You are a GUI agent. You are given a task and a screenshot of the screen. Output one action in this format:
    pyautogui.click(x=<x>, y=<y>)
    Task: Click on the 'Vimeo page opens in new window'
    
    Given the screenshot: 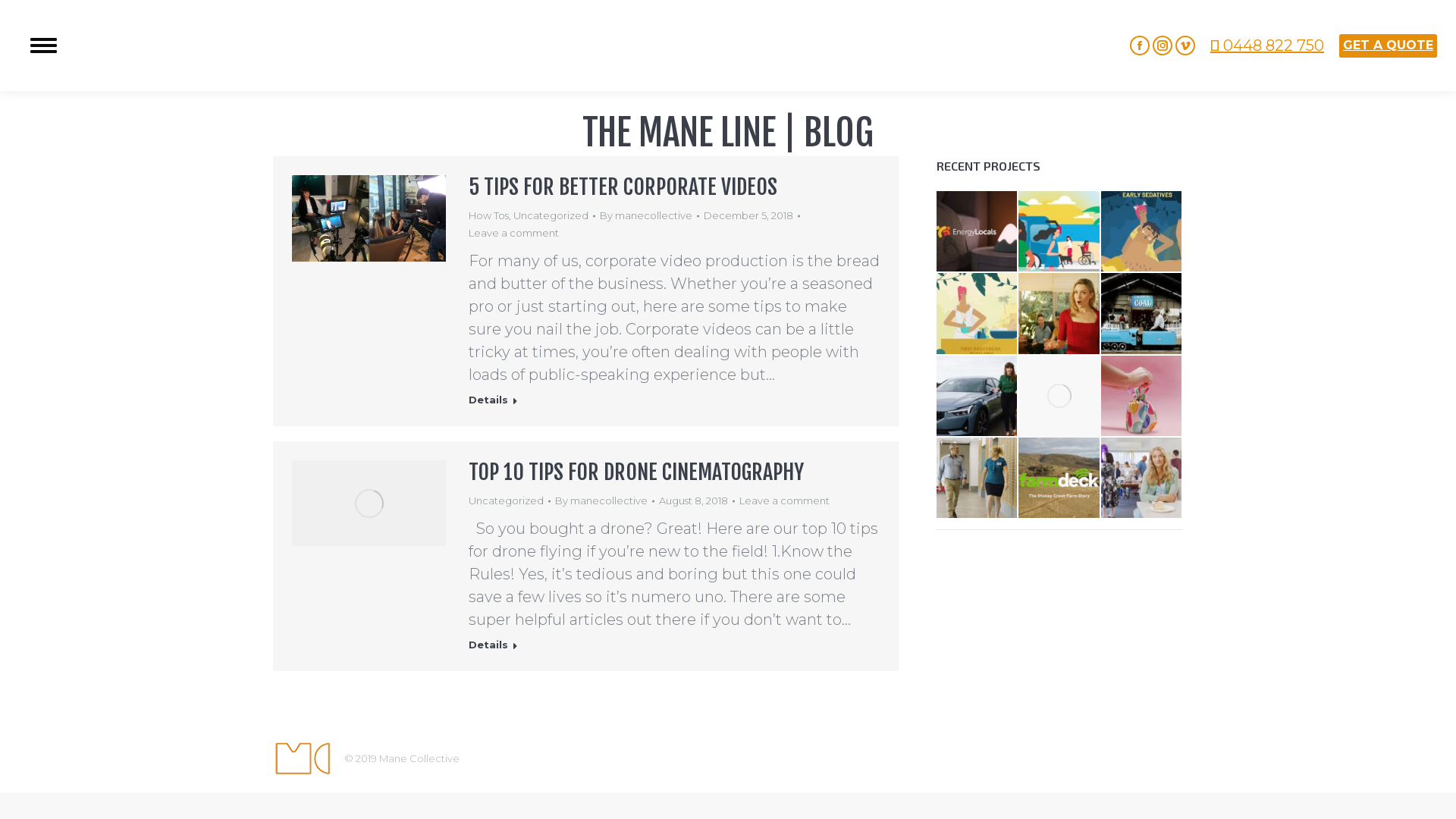 What is the action you would take?
    pyautogui.click(x=1185, y=45)
    